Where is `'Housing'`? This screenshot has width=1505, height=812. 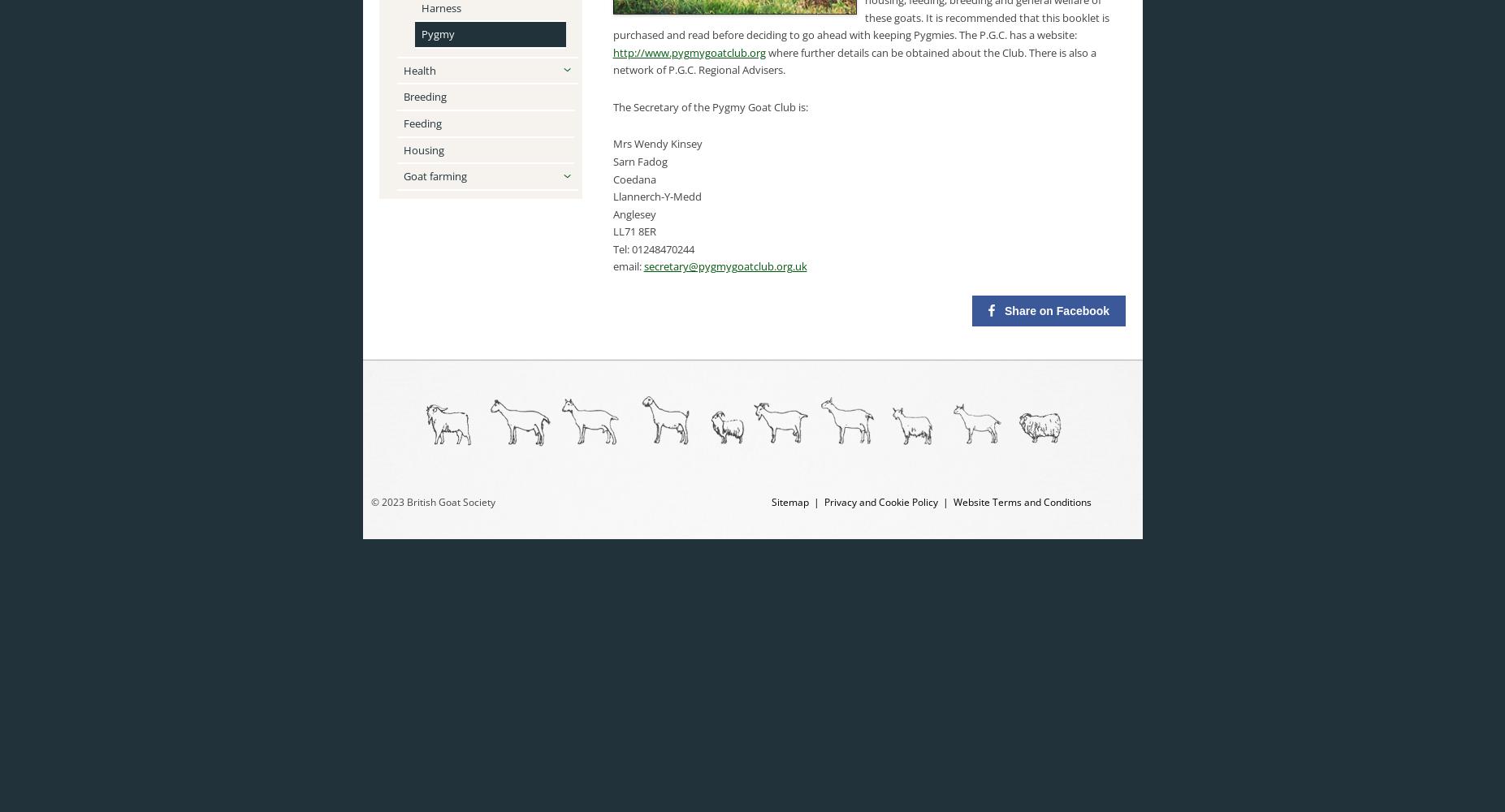 'Housing' is located at coordinates (422, 149).